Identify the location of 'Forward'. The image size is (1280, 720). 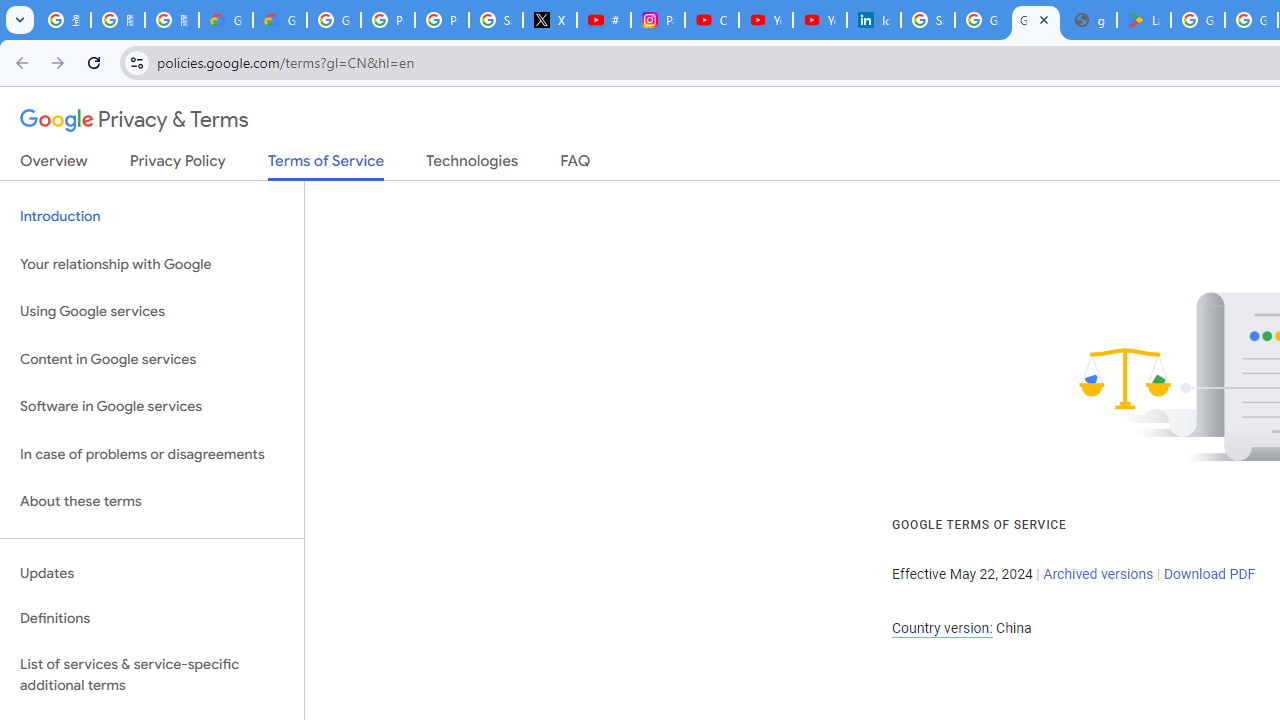
(58, 61).